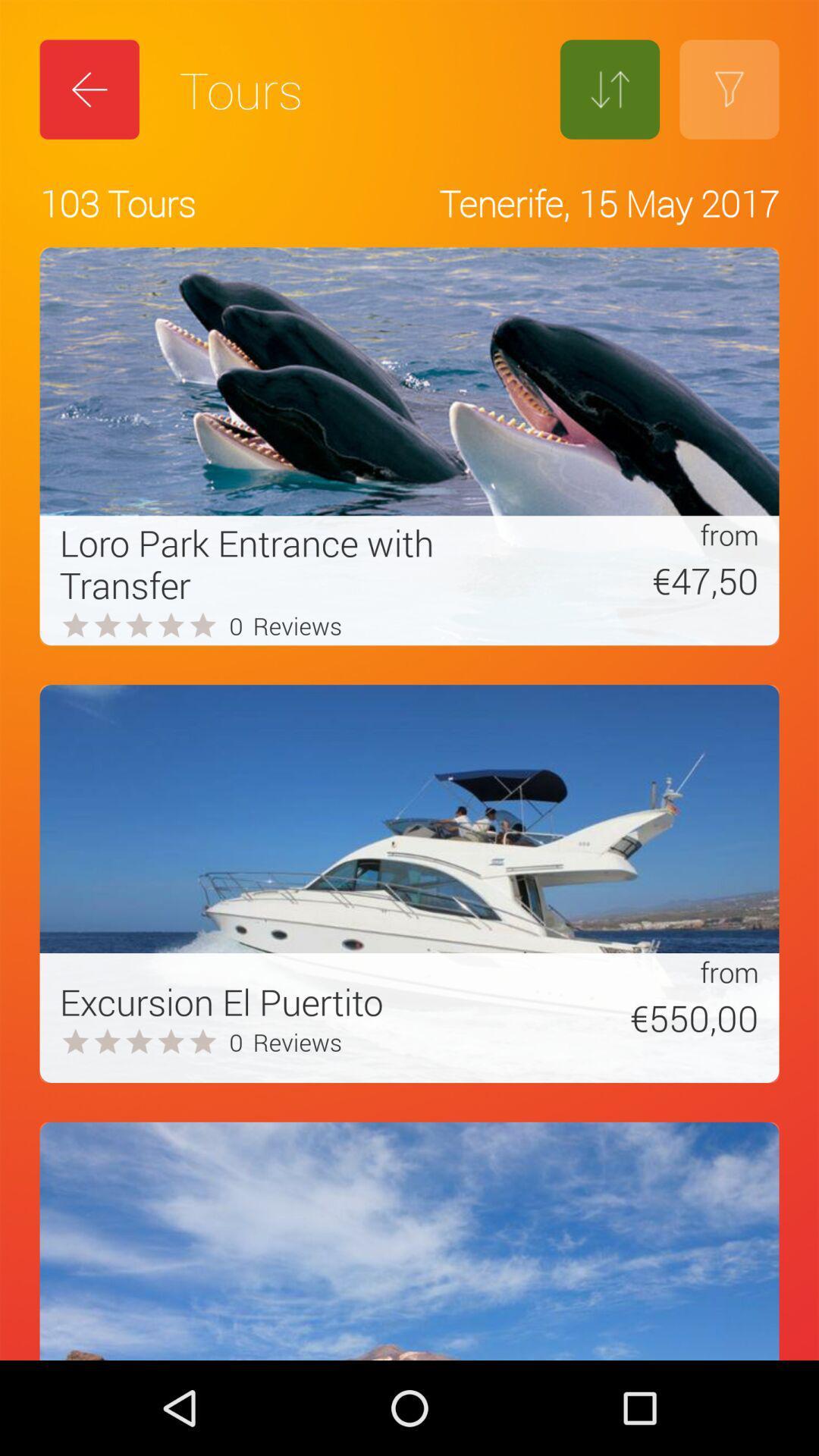 Image resolution: width=819 pixels, height=1456 pixels. I want to click on icon to the left of tours icon, so click(89, 89).